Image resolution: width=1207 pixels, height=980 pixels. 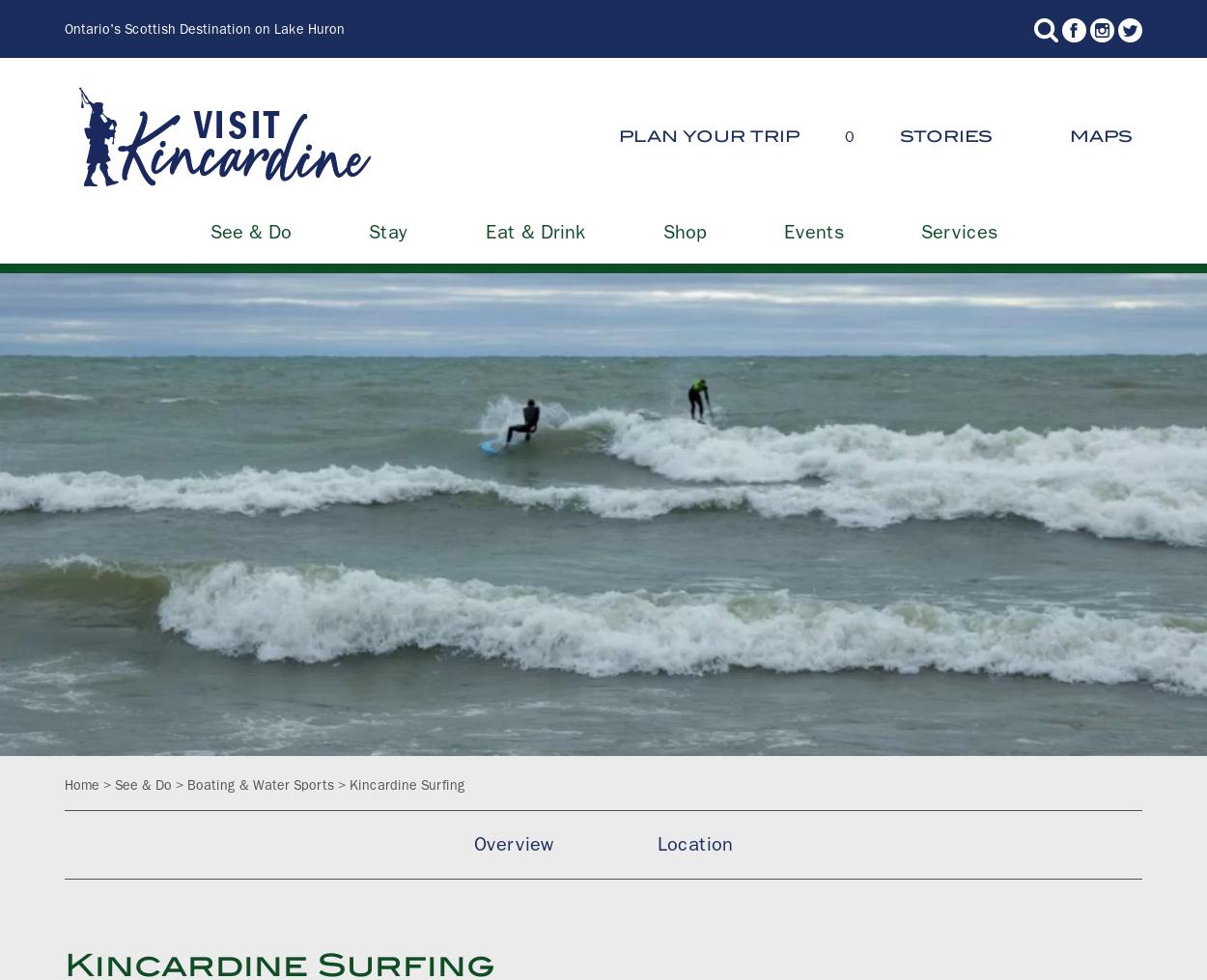 What do you see at coordinates (165, 697) in the screenshot?
I see `'Services'` at bounding box center [165, 697].